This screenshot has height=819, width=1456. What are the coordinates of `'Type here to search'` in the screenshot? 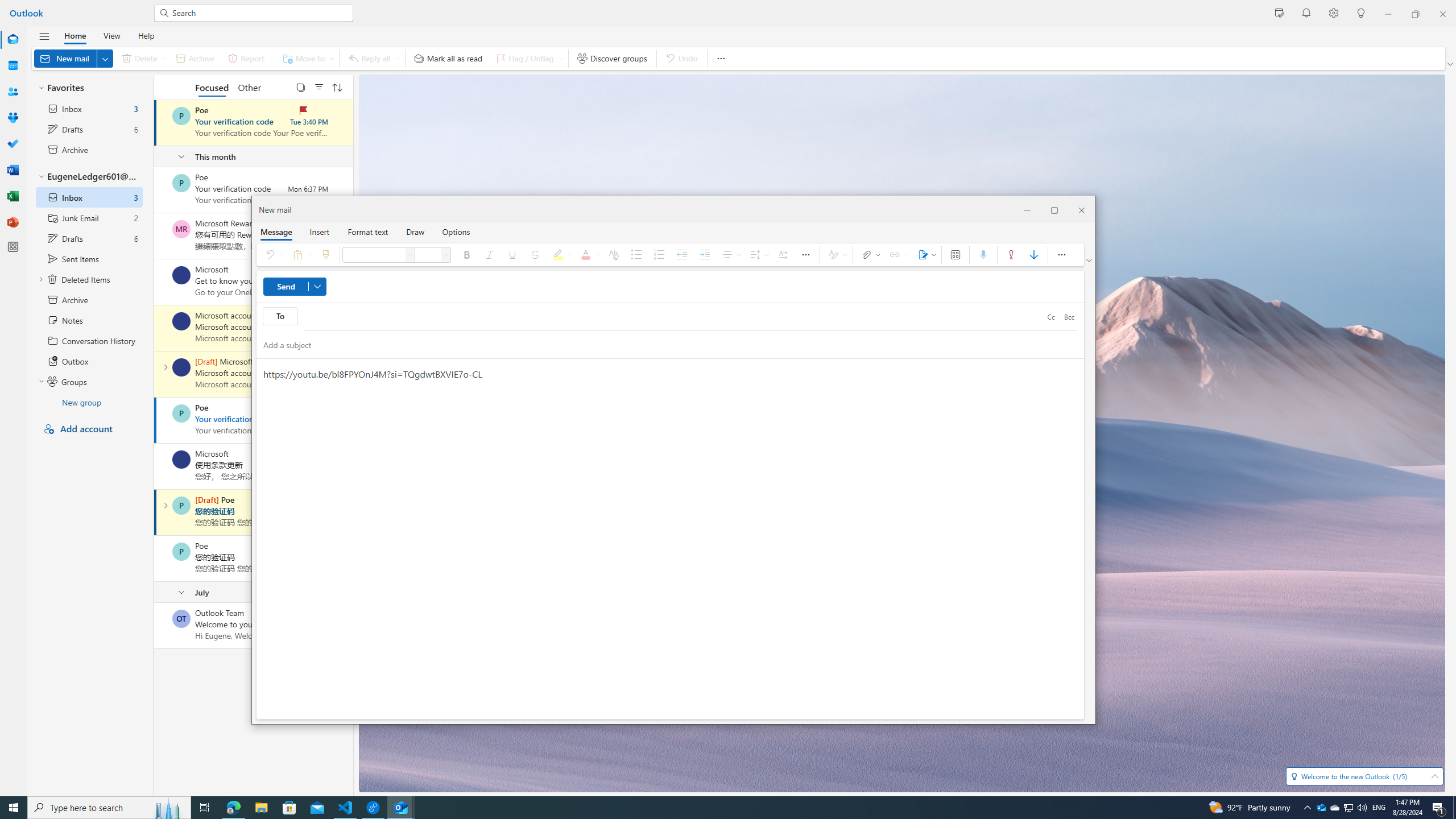 It's located at (109, 806).